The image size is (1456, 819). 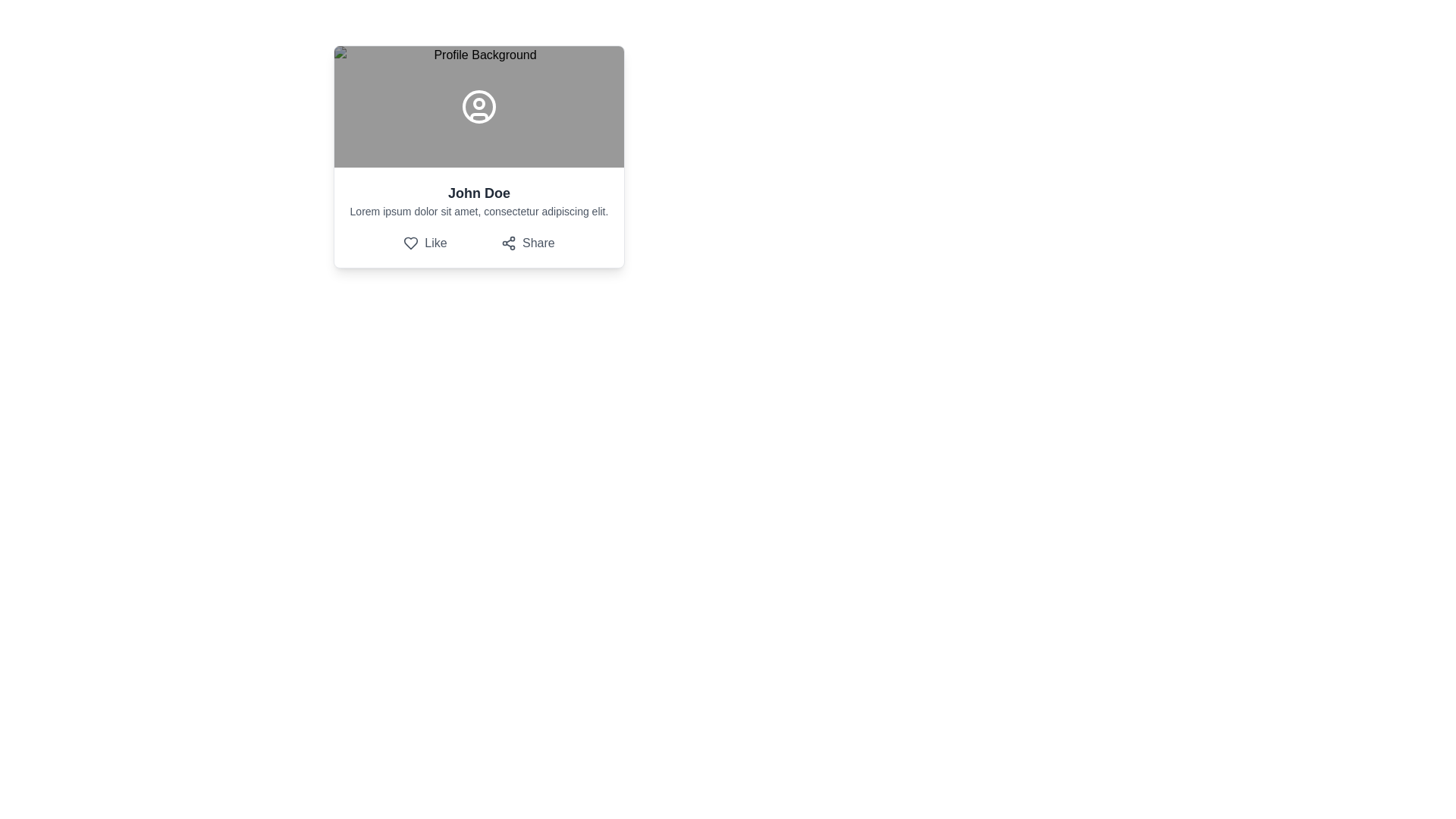 What do you see at coordinates (479, 192) in the screenshot?
I see `the text label displaying 'John Doe' which is the title of the content card, prominently positioned in a larger and bold font` at bounding box center [479, 192].